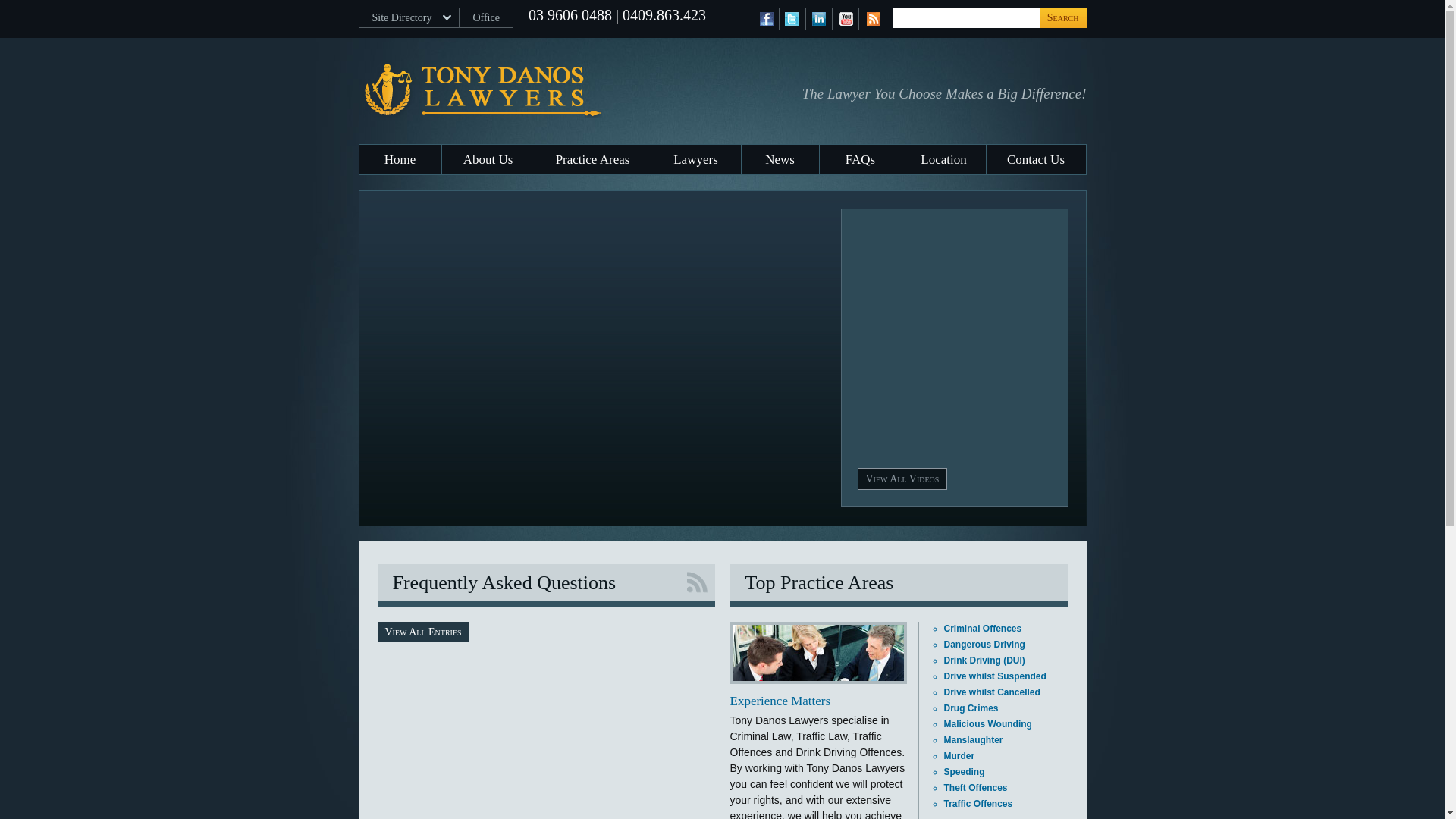 The height and width of the screenshot is (819, 1456). Describe the element at coordinates (859, 159) in the screenshot. I see `'FAQs'` at that location.